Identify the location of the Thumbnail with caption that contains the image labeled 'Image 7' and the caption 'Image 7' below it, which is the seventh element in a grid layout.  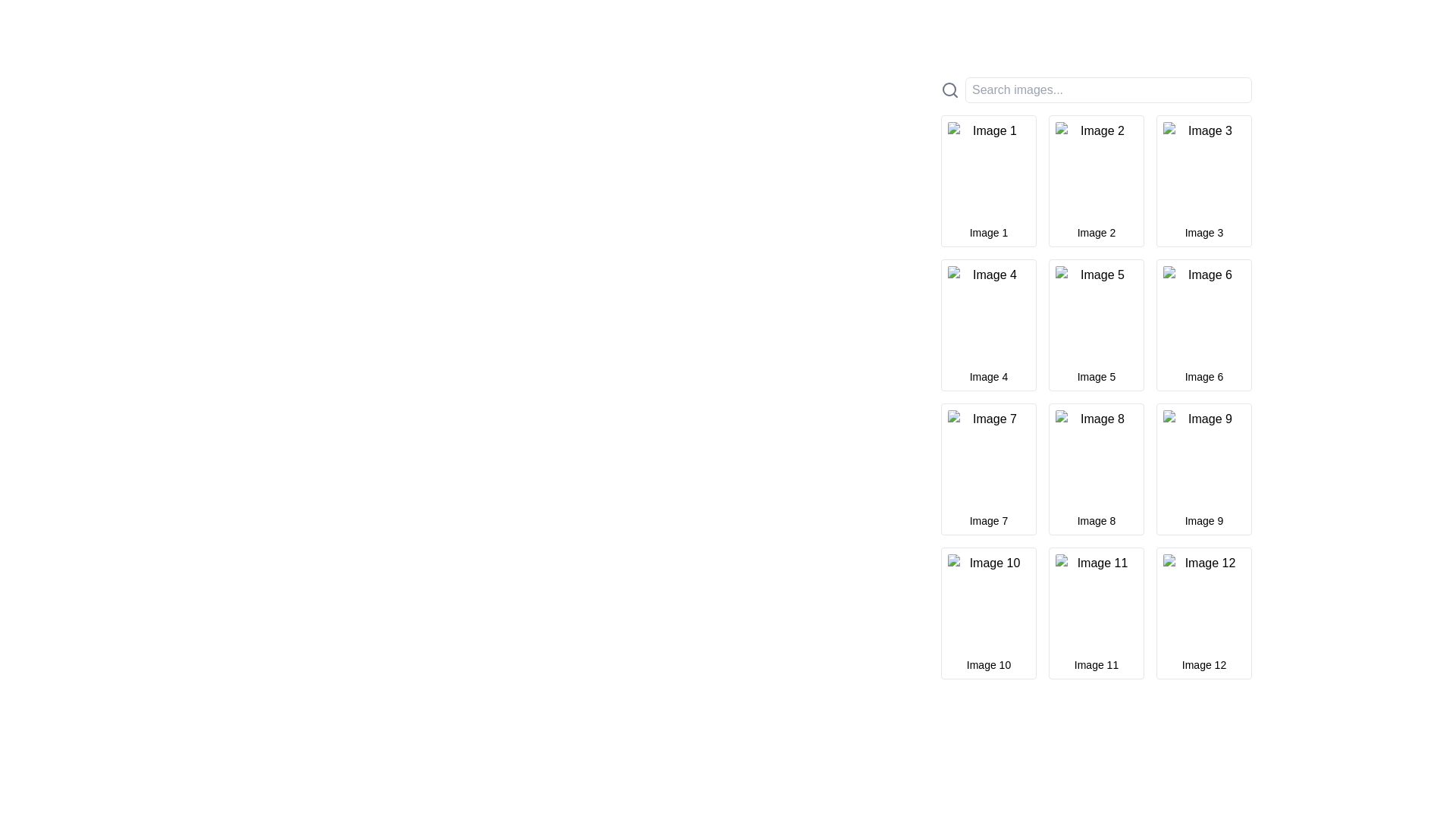
(989, 468).